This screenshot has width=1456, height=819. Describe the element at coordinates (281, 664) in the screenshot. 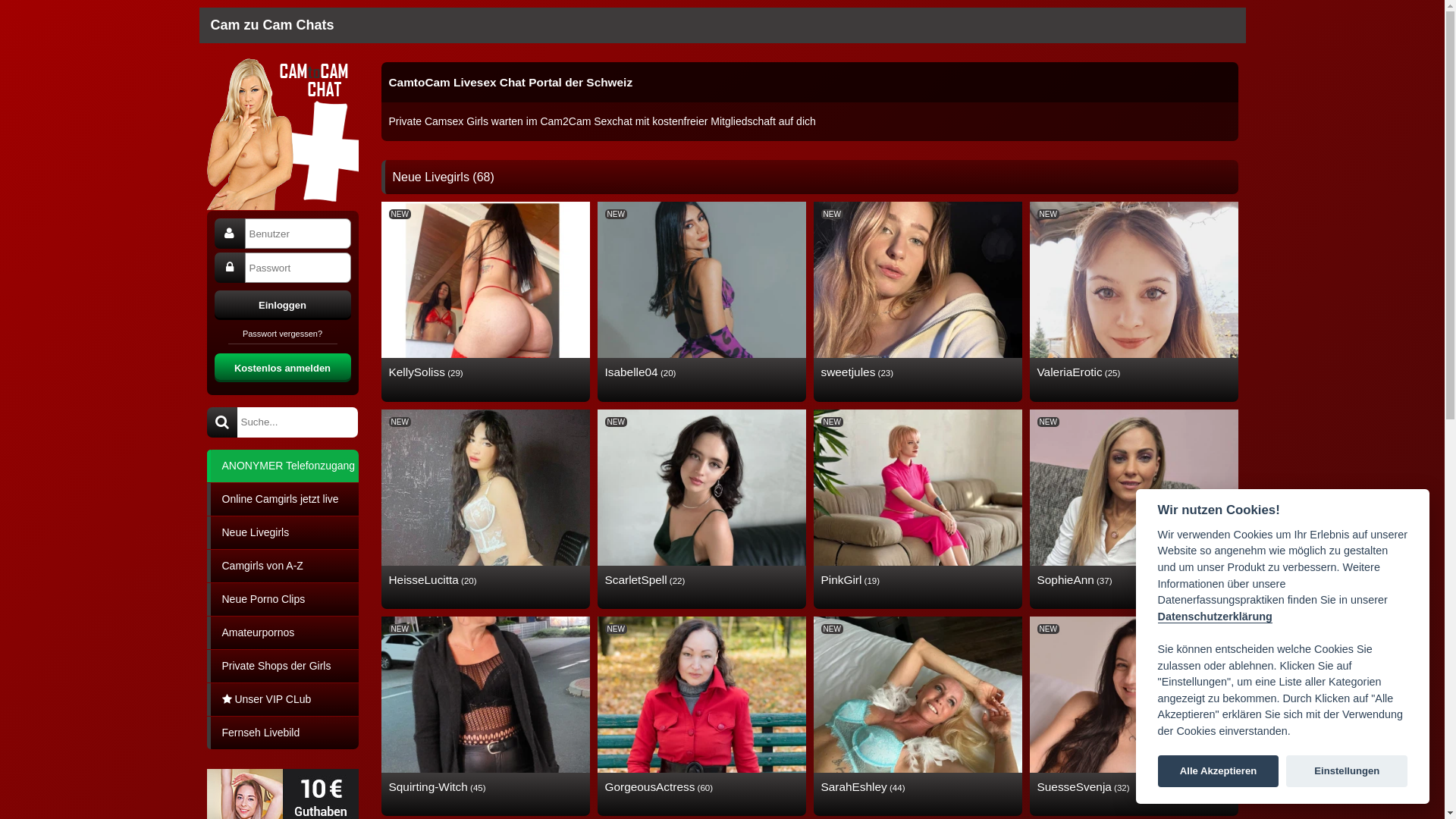

I see `'Private Shops der Girls'` at that location.